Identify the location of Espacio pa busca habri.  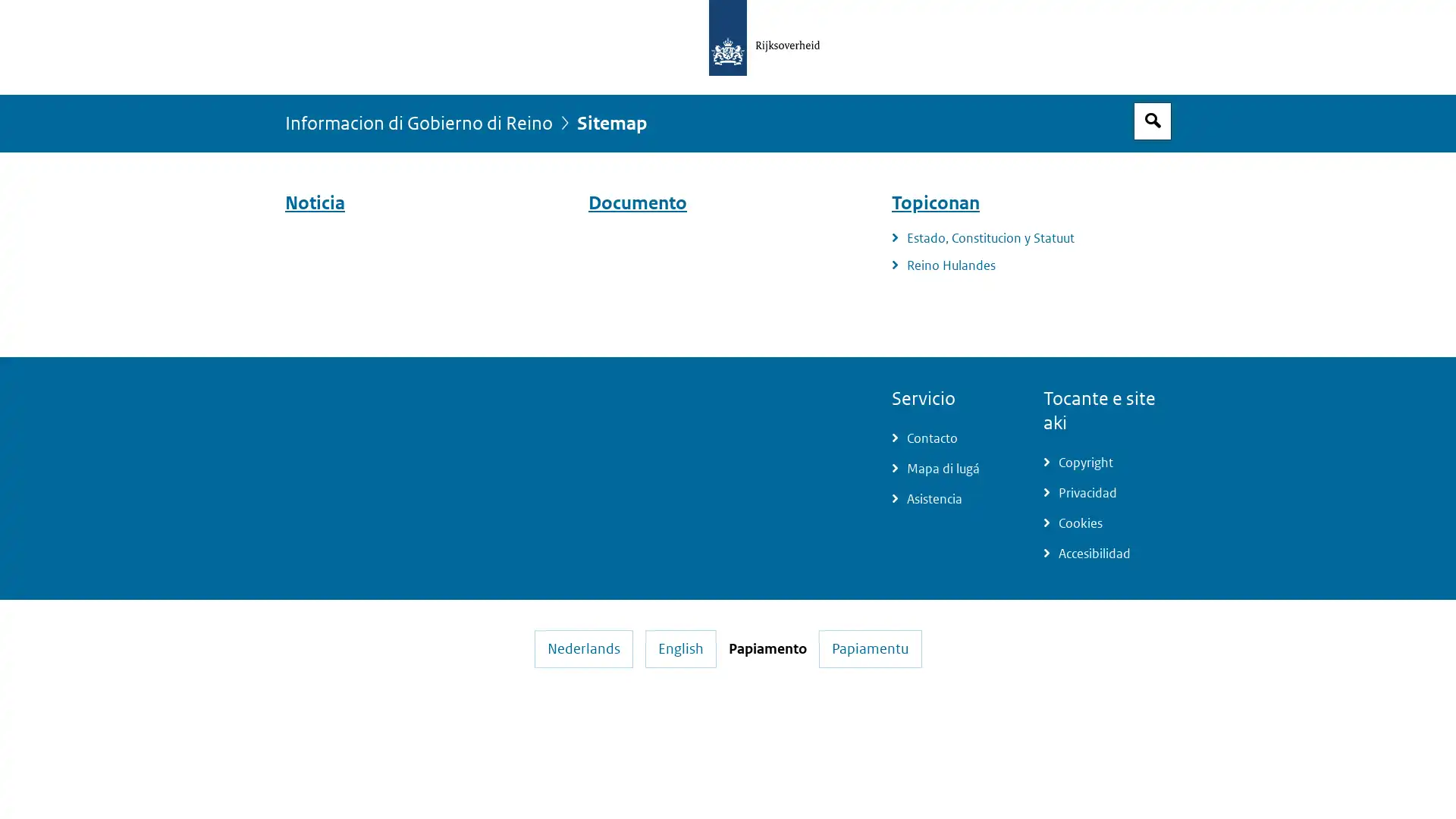
(1153, 120).